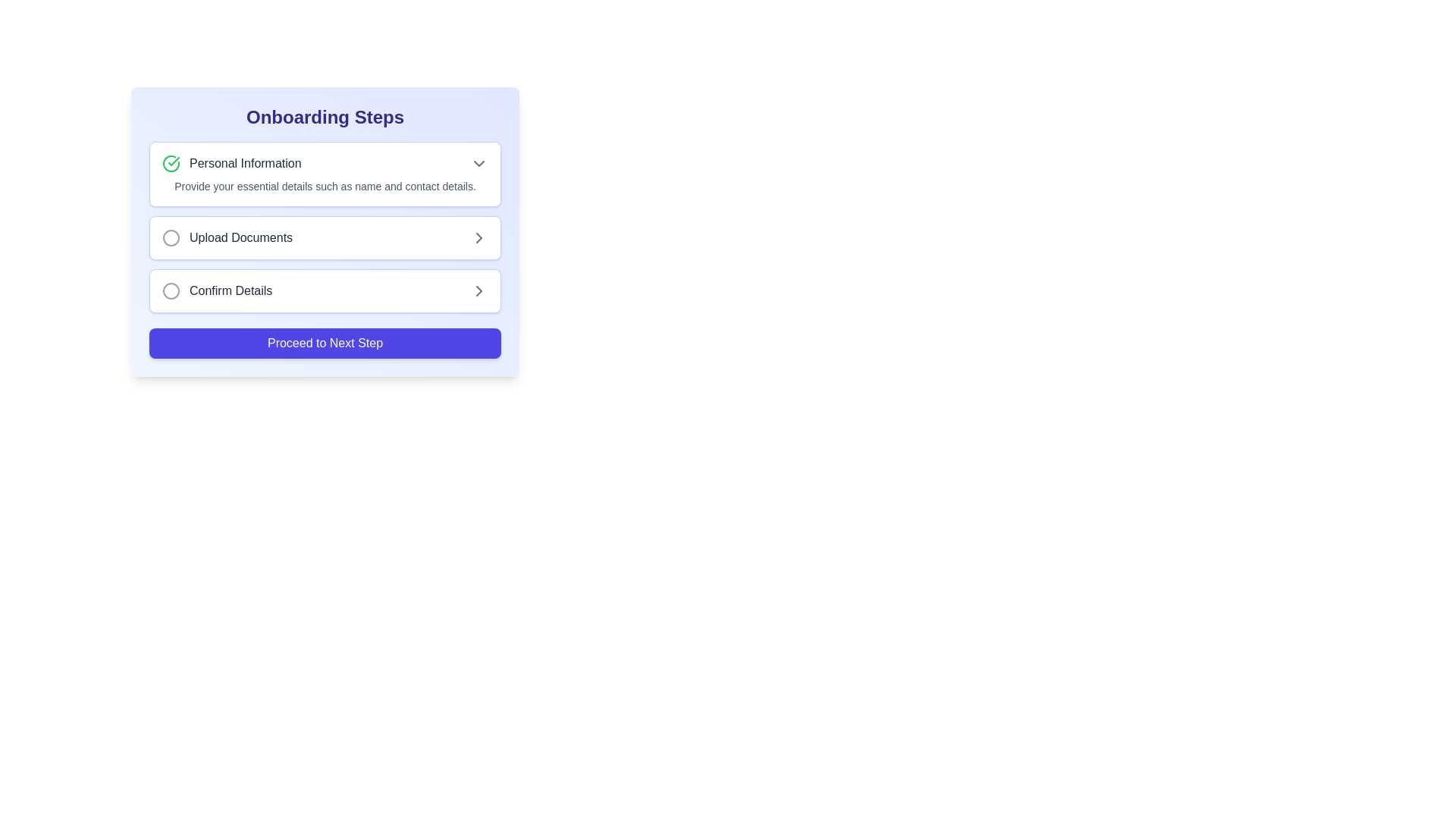 The image size is (1456, 819). Describe the element at coordinates (479, 291) in the screenshot. I see `the right-facing chevron icon, which is styled in gray and located at the far right of the 'Confirm Details' row, following the text 'Confirm Details'` at that location.